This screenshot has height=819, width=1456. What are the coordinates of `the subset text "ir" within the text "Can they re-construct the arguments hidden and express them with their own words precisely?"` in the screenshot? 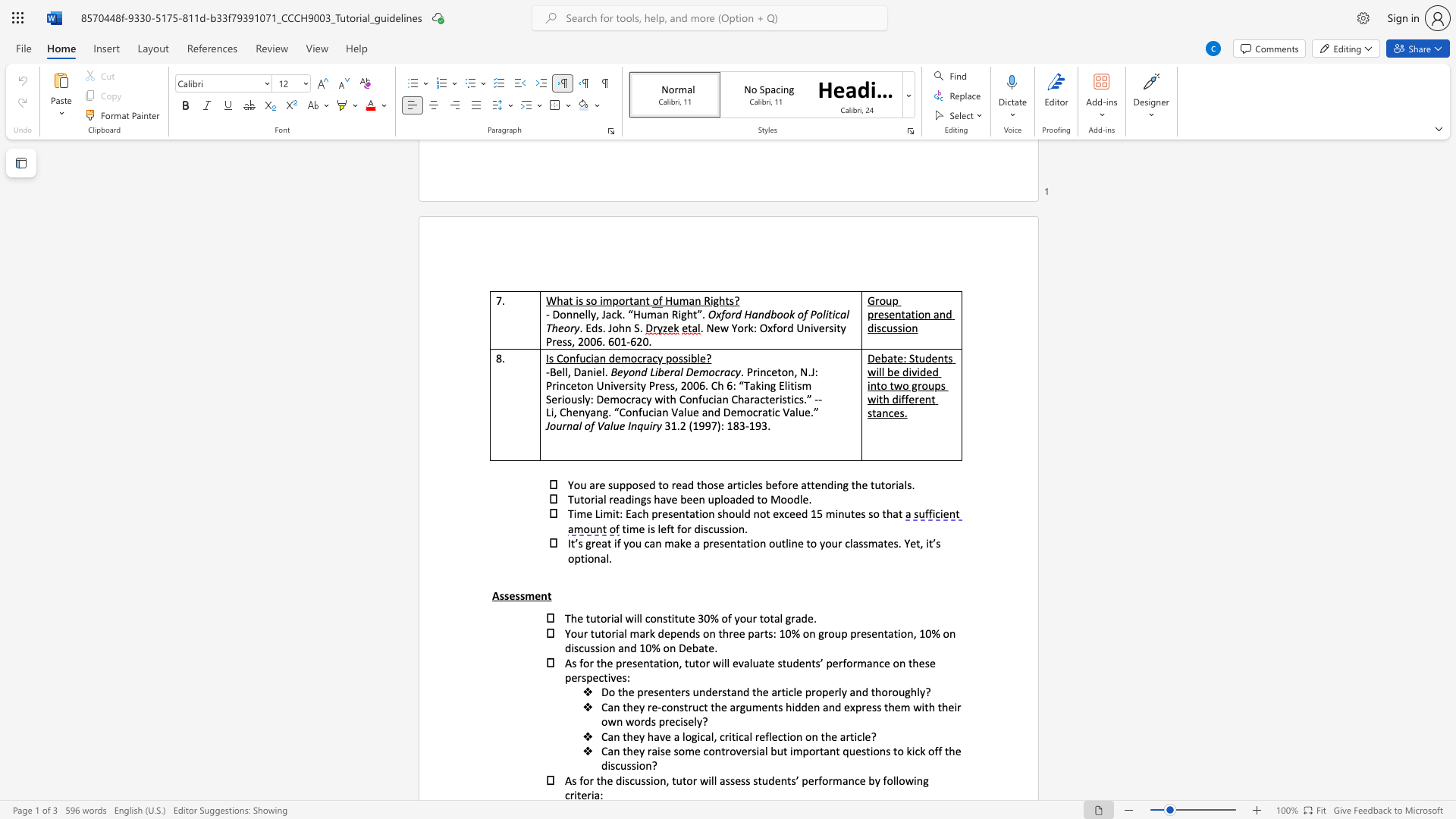 It's located at (953, 707).